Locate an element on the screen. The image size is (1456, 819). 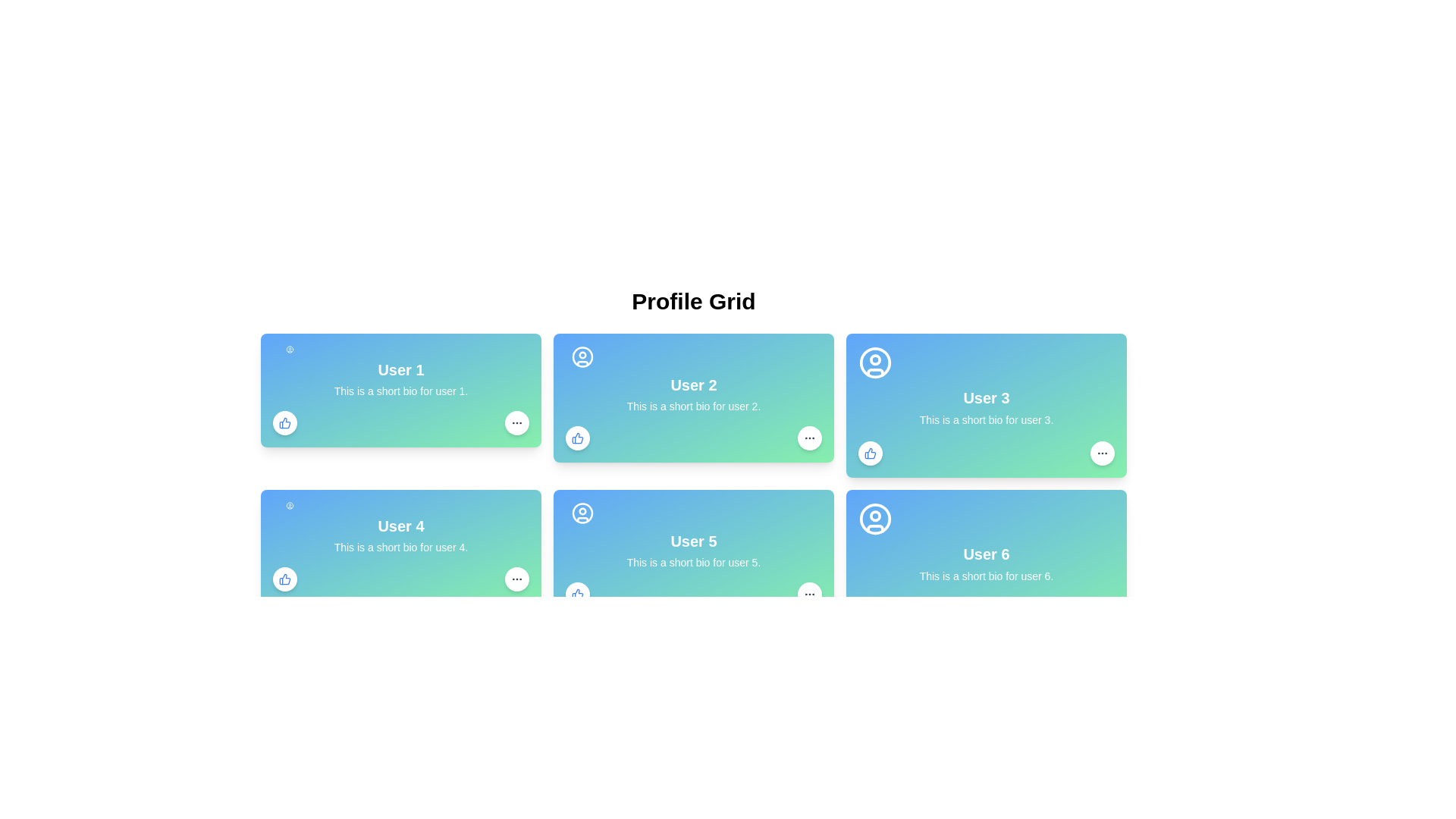
the text label displaying 'User 6' positioned at the top of the sixth card in a 3x2 grid is located at coordinates (986, 553).